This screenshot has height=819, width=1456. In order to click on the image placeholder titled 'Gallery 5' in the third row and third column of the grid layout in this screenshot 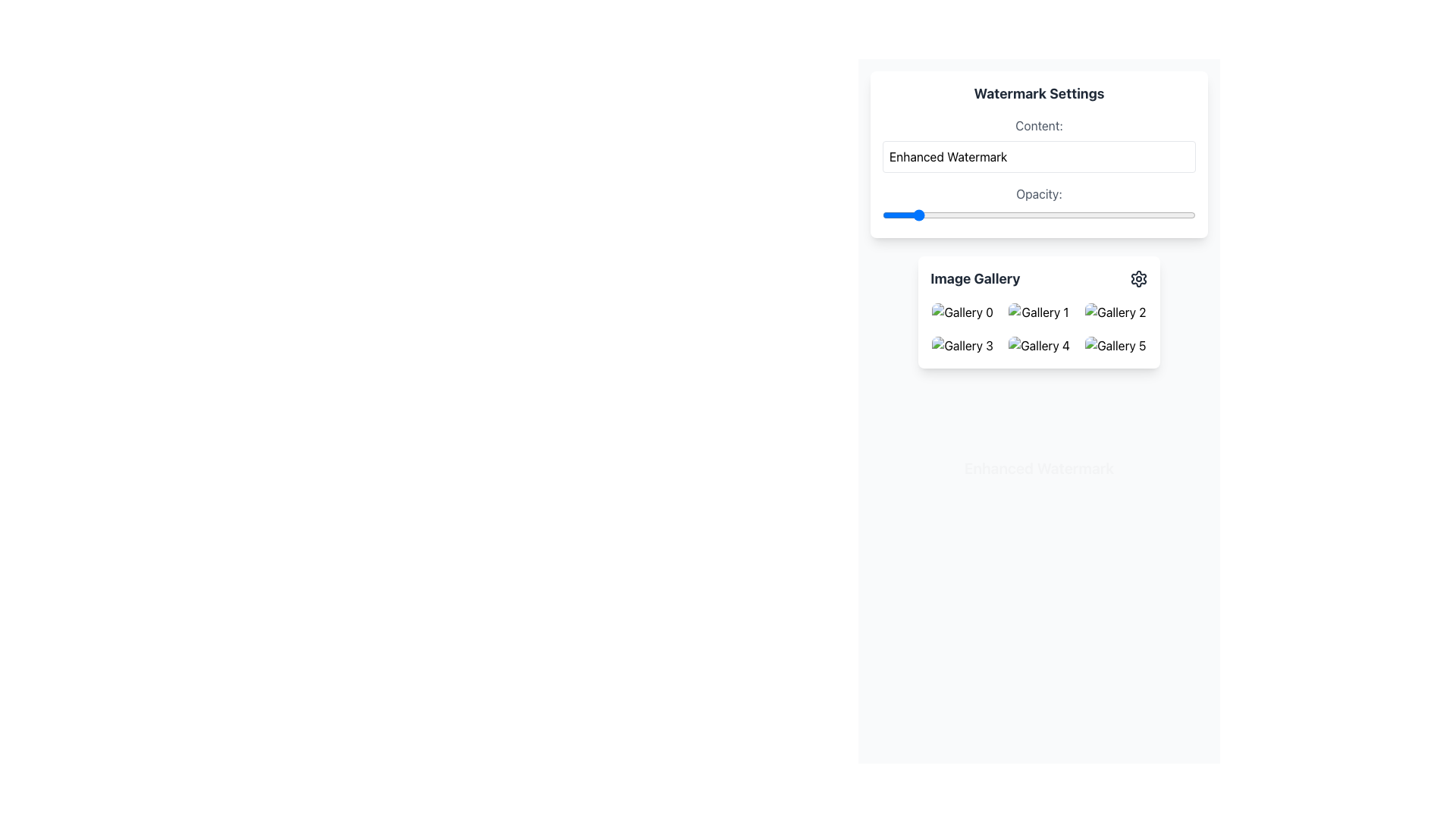, I will do `click(1115, 345)`.